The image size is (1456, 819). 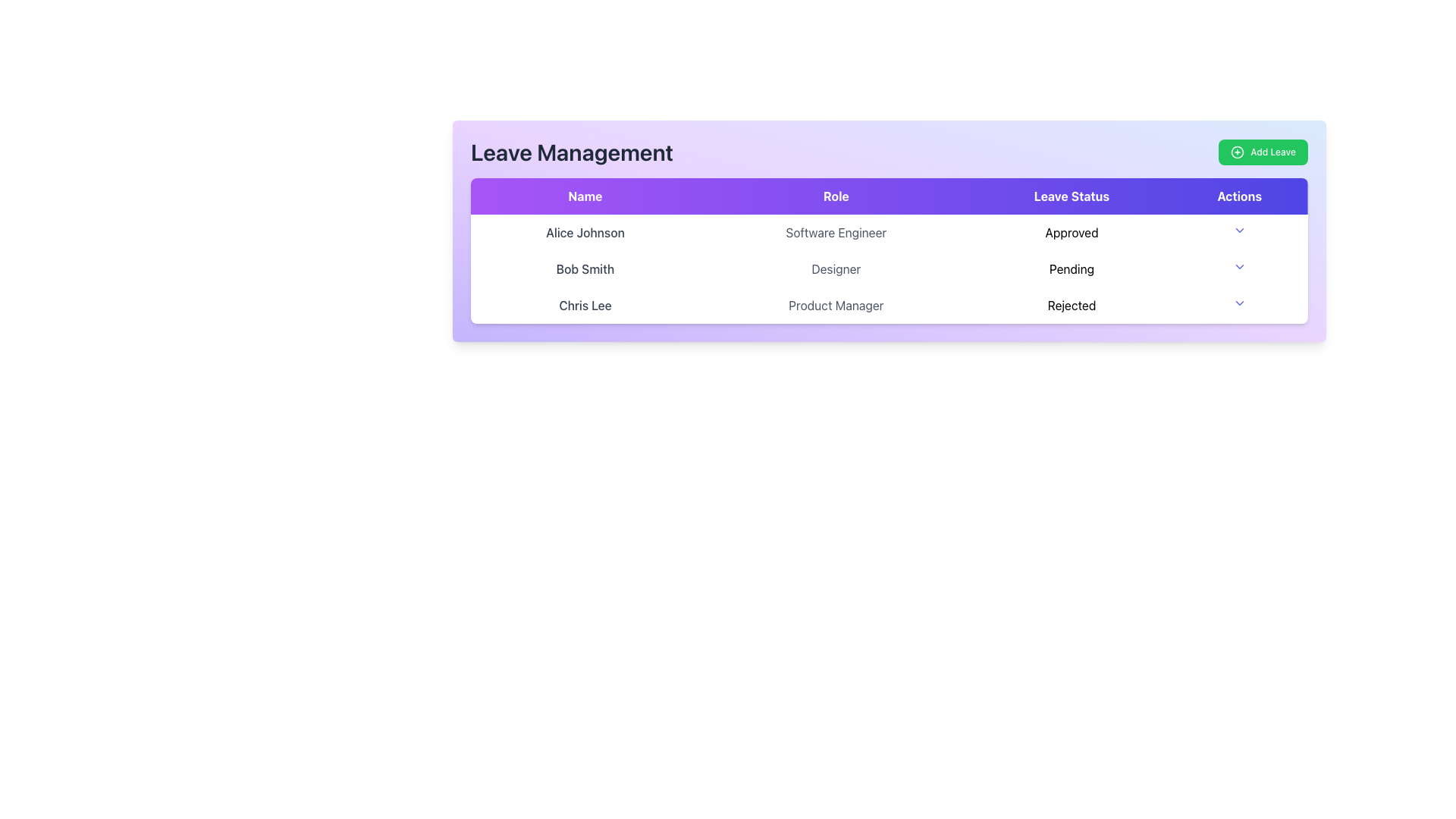 I want to click on the dropdown toggle button styled as a downward-facing blue arrow in the Actions column of Bob Smith's row in the Leave Management table to indicate interactivity, so click(x=1239, y=268).